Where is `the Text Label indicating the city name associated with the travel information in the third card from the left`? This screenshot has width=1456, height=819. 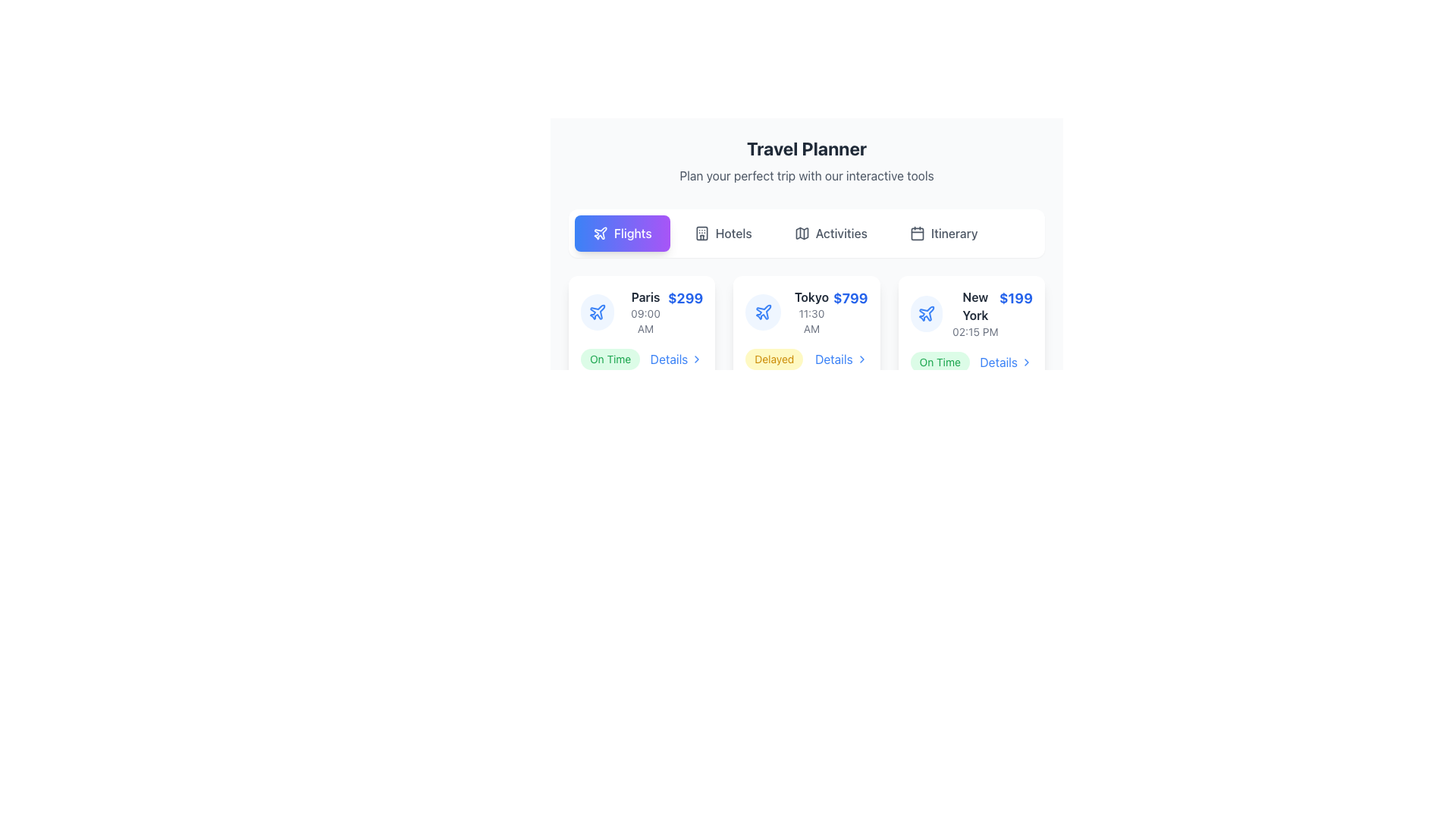
the Text Label indicating the city name associated with the travel information in the third card from the left is located at coordinates (975, 306).